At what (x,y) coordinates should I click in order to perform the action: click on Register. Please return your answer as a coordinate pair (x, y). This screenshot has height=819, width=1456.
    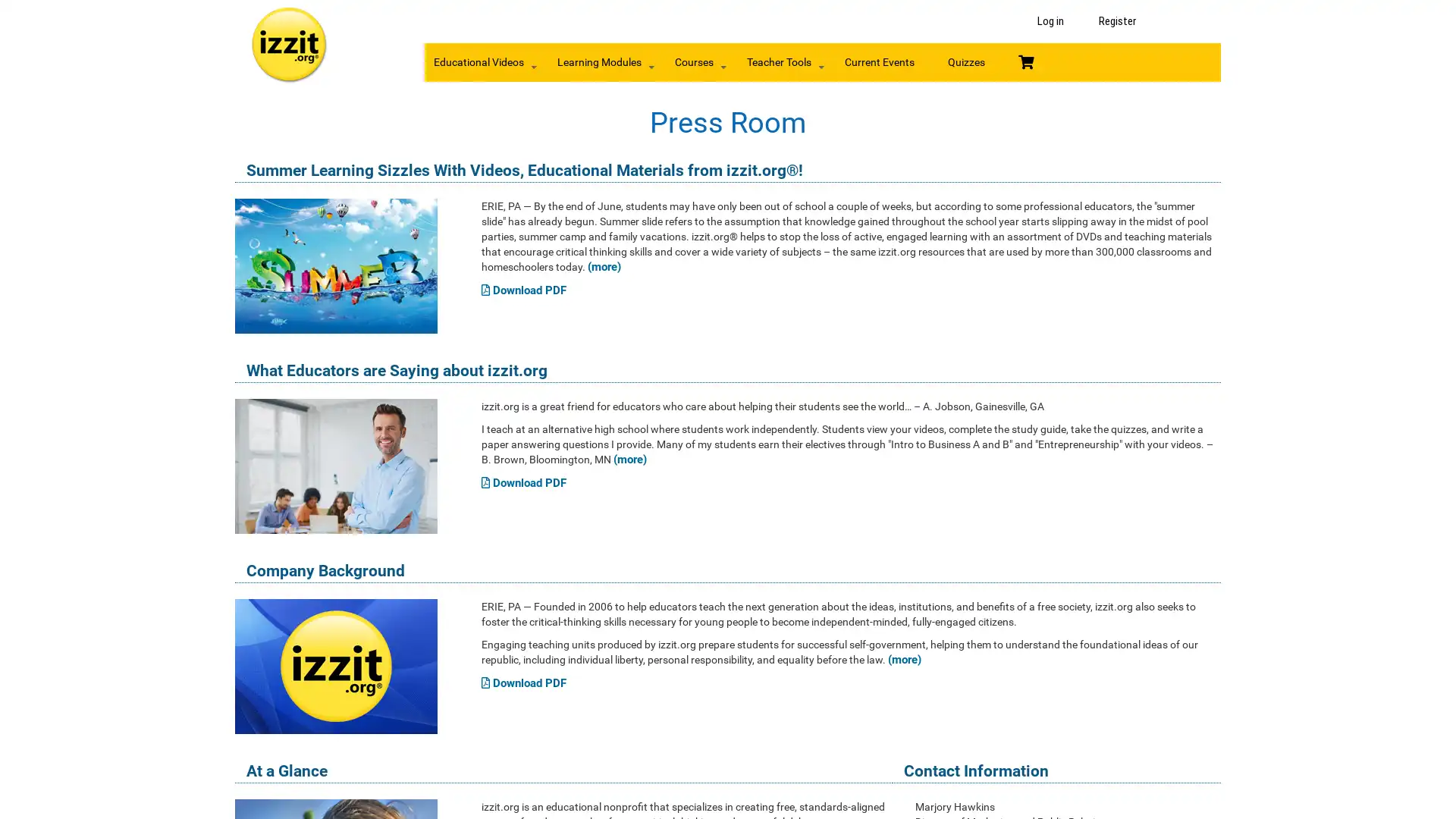
    Looking at the image, I should click on (1117, 21).